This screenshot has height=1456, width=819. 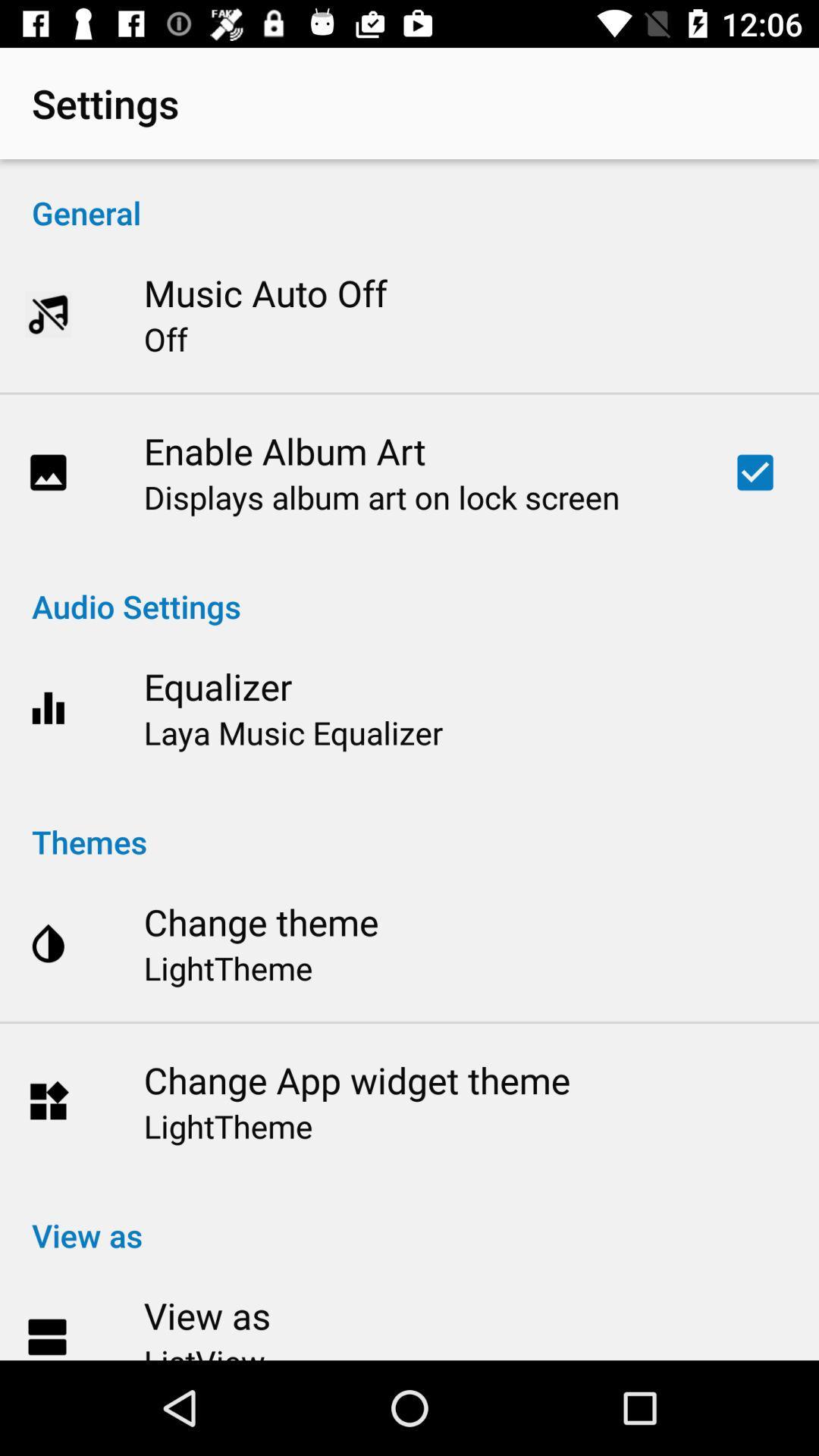 I want to click on the icon below the general icon, so click(x=265, y=293).